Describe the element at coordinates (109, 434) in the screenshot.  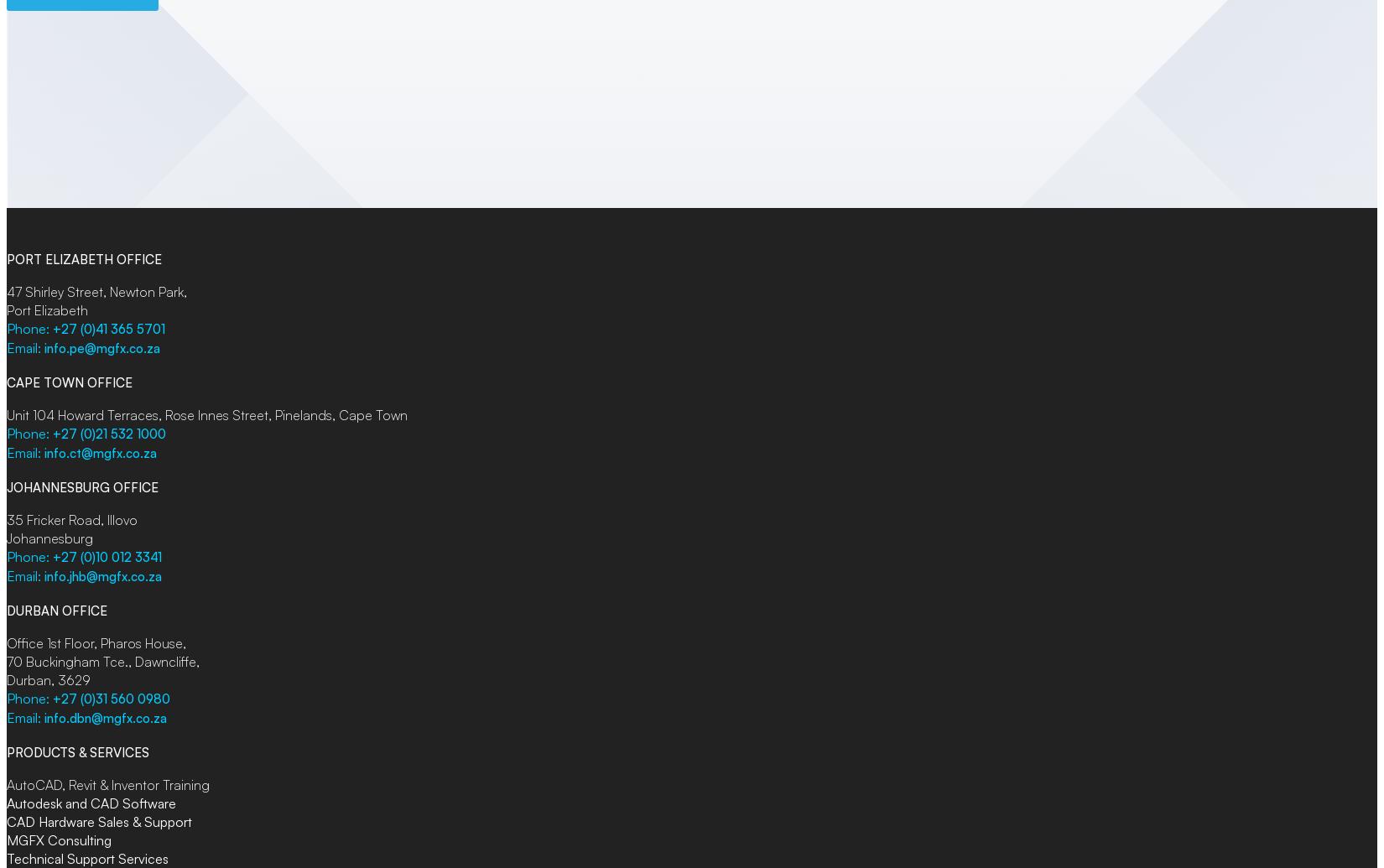
I see `'+27 (0)21 532 1000'` at that location.